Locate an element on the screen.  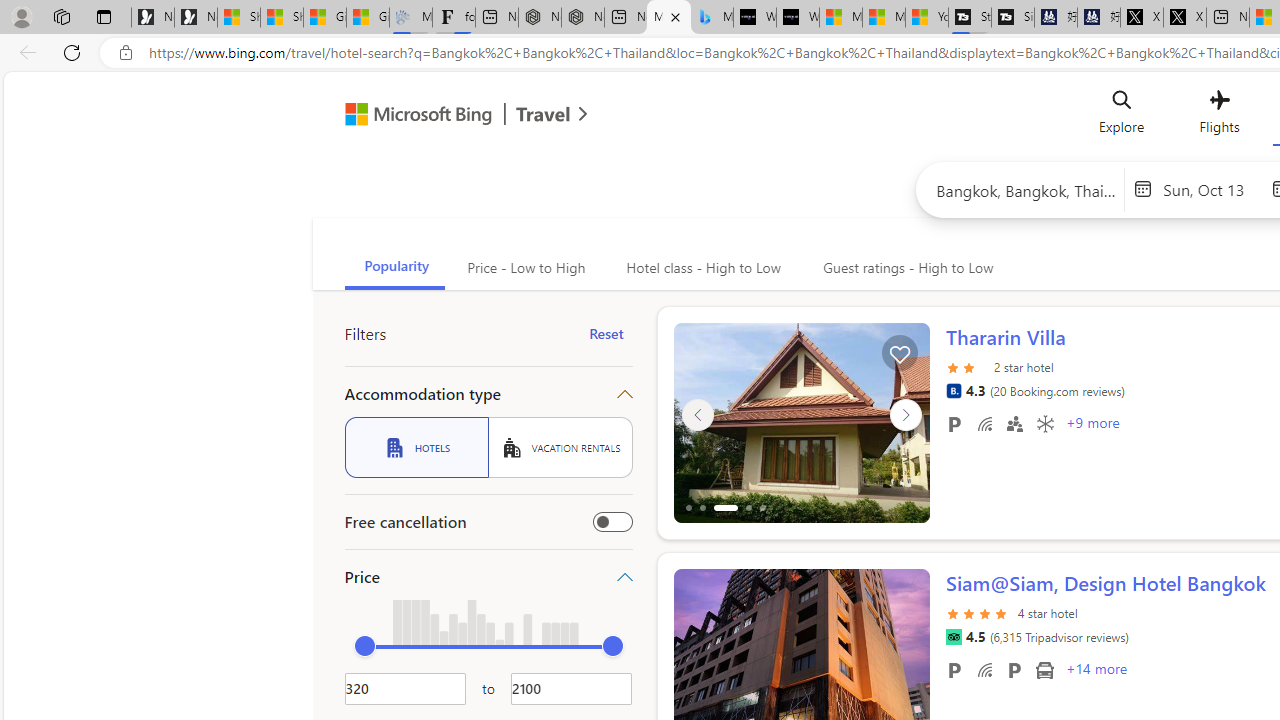
'Explore' is located at coordinates (1121, 117).